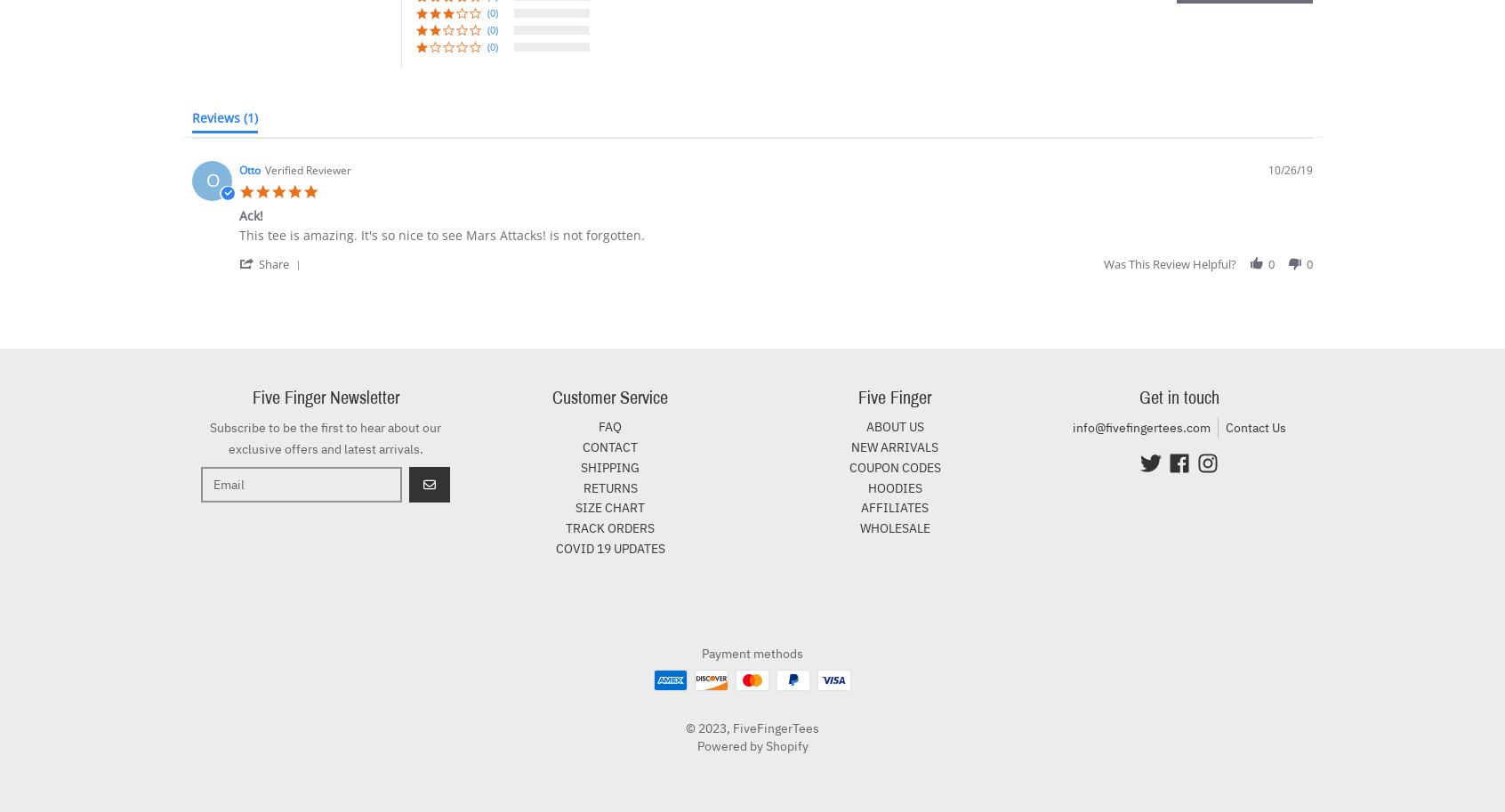 The height and width of the screenshot is (812, 1505). Describe the element at coordinates (609, 527) in the screenshot. I see `'TRACK ORDERS'` at that location.